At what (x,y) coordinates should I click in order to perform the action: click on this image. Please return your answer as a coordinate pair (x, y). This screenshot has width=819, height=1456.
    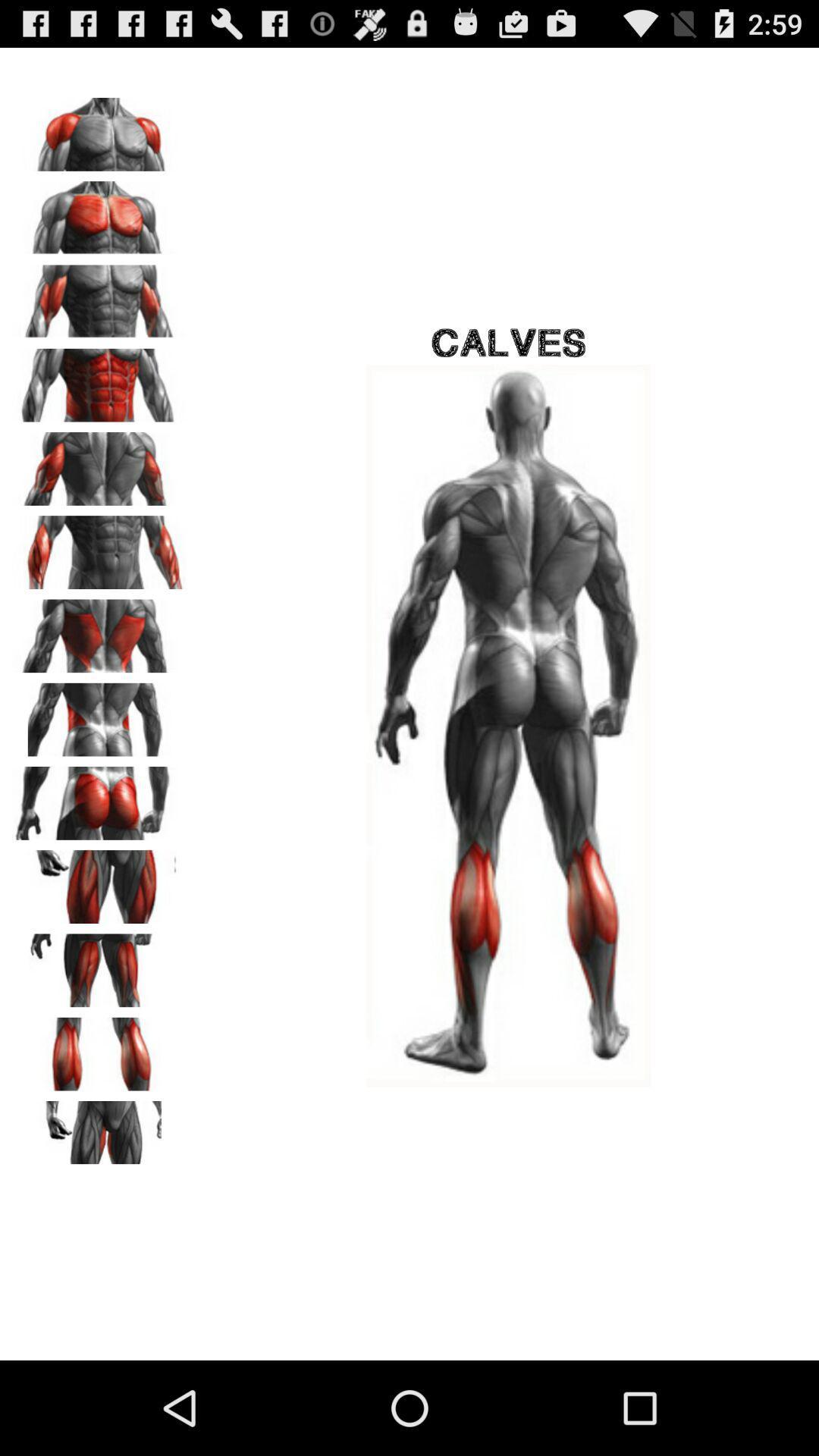
    Looking at the image, I should click on (99, 881).